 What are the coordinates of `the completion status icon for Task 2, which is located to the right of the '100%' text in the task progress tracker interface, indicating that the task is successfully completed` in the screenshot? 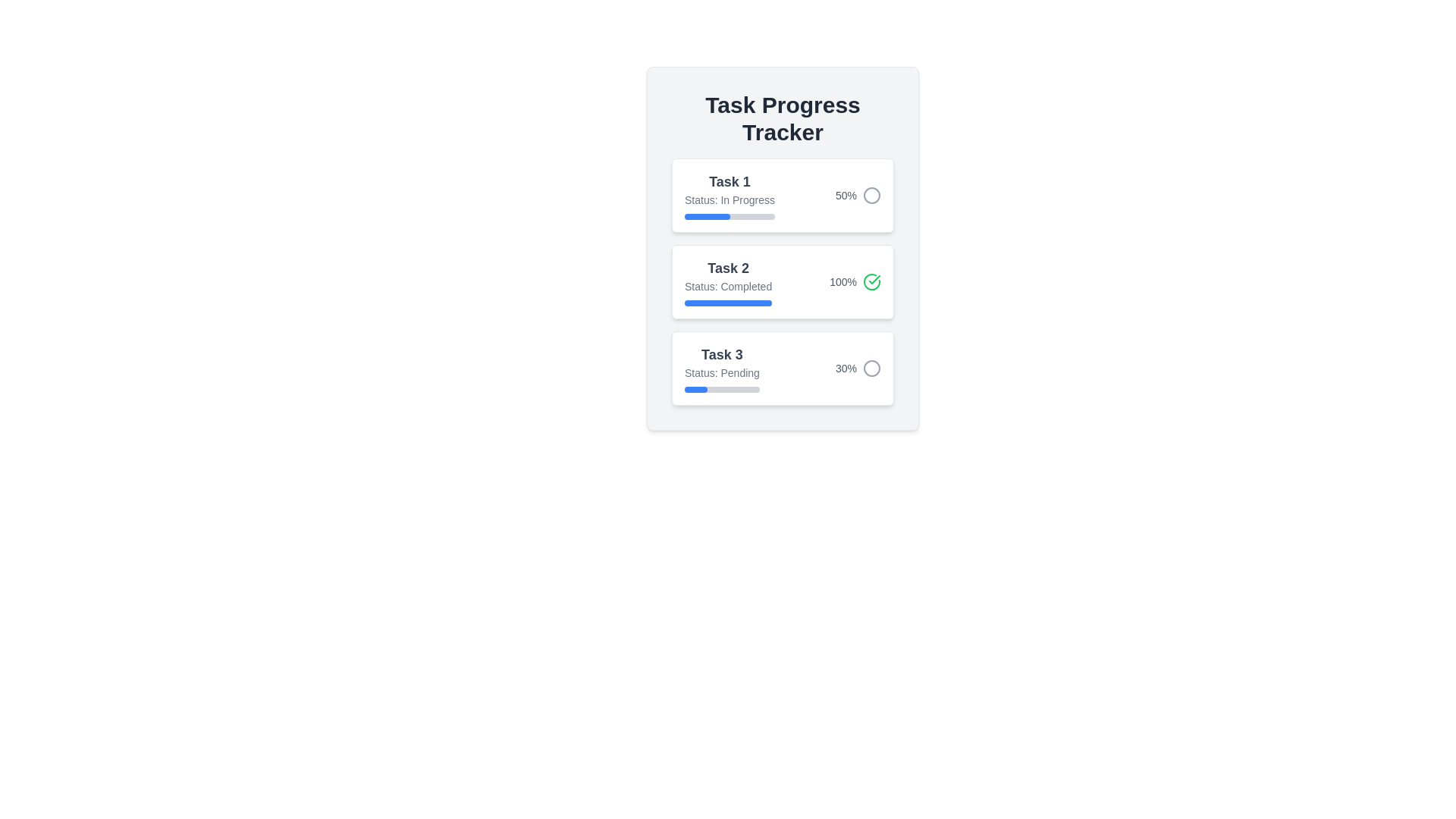 It's located at (872, 281).